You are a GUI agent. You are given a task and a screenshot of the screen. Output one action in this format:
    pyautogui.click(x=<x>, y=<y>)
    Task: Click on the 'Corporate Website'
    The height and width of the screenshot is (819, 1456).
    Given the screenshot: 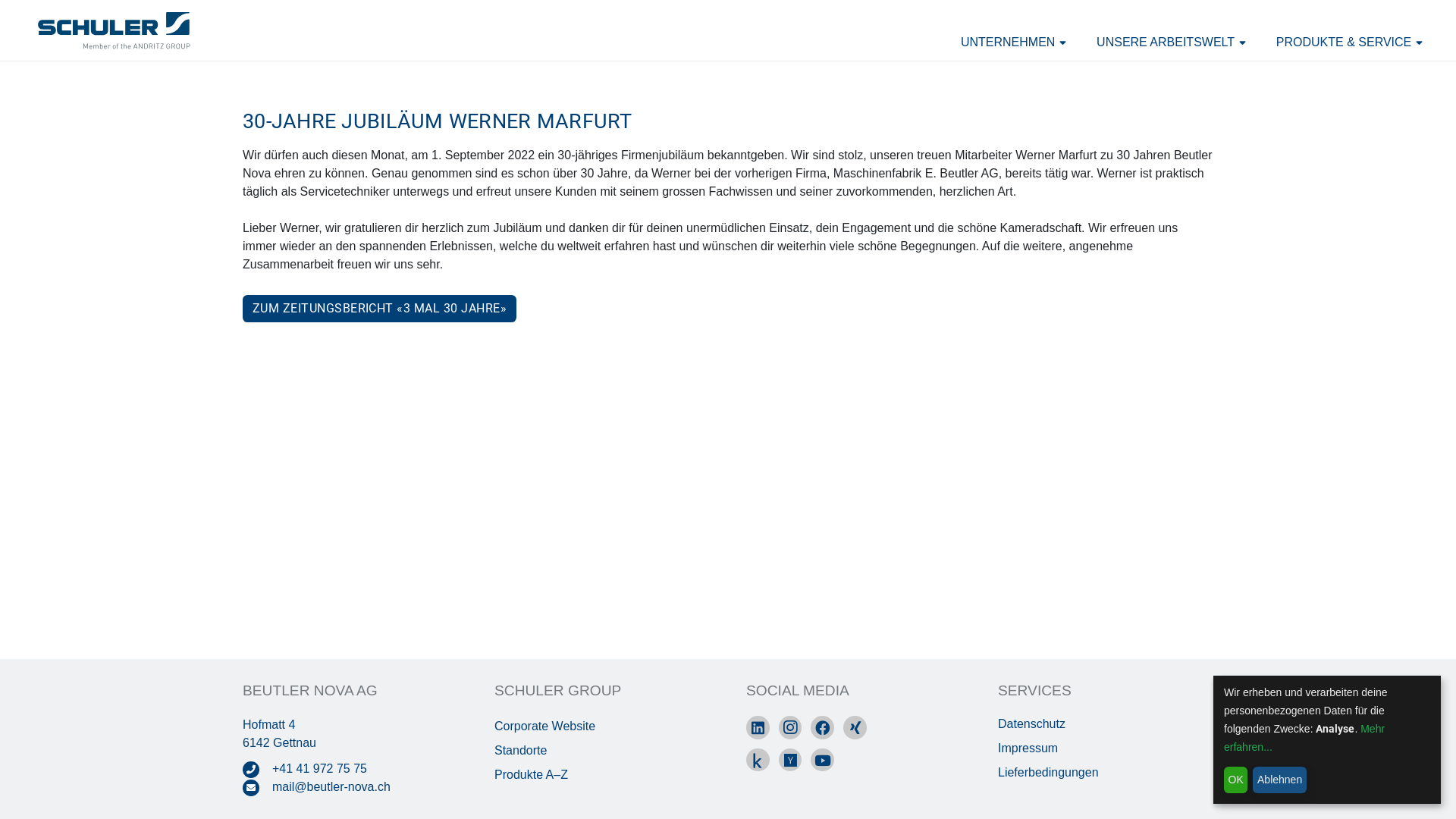 What is the action you would take?
    pyautogui.click(x=544, y=725)
    